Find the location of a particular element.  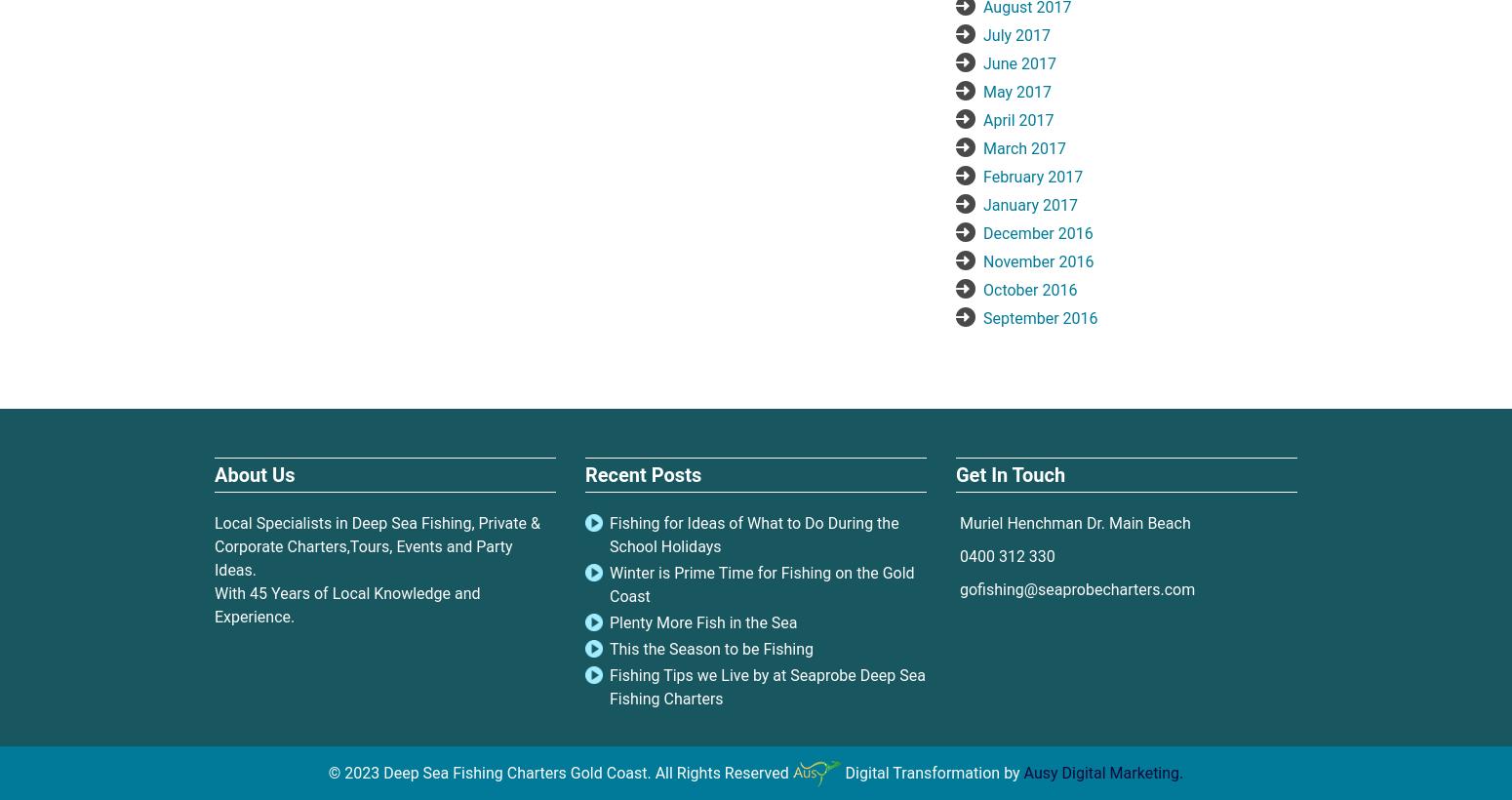

'July 2017' is located at coordinates (981, 33).